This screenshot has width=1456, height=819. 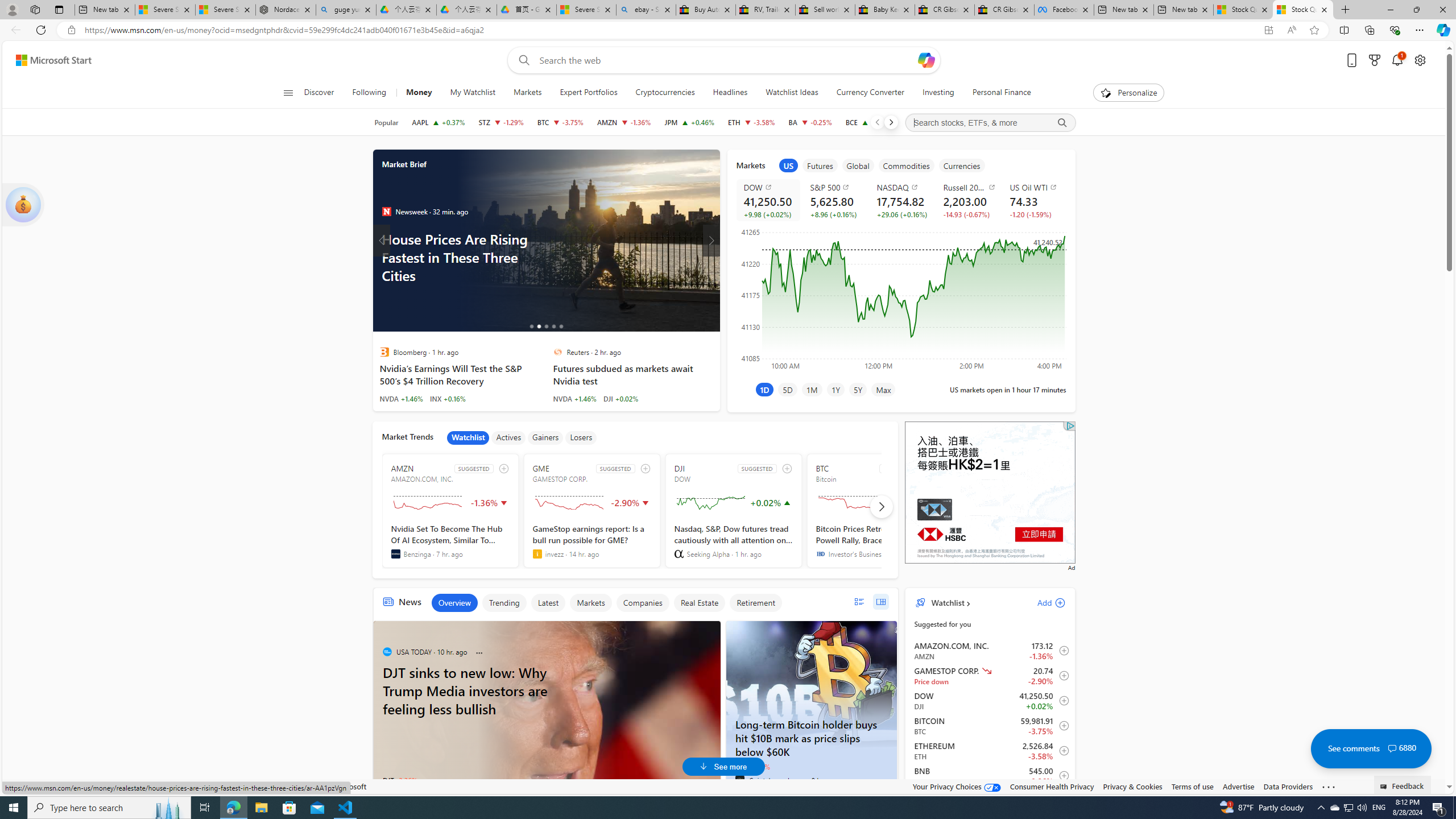 I want to click on 'BNB BNB decrease 545.00 -4.68 -0.86% item5', so click(x=990, y=775).